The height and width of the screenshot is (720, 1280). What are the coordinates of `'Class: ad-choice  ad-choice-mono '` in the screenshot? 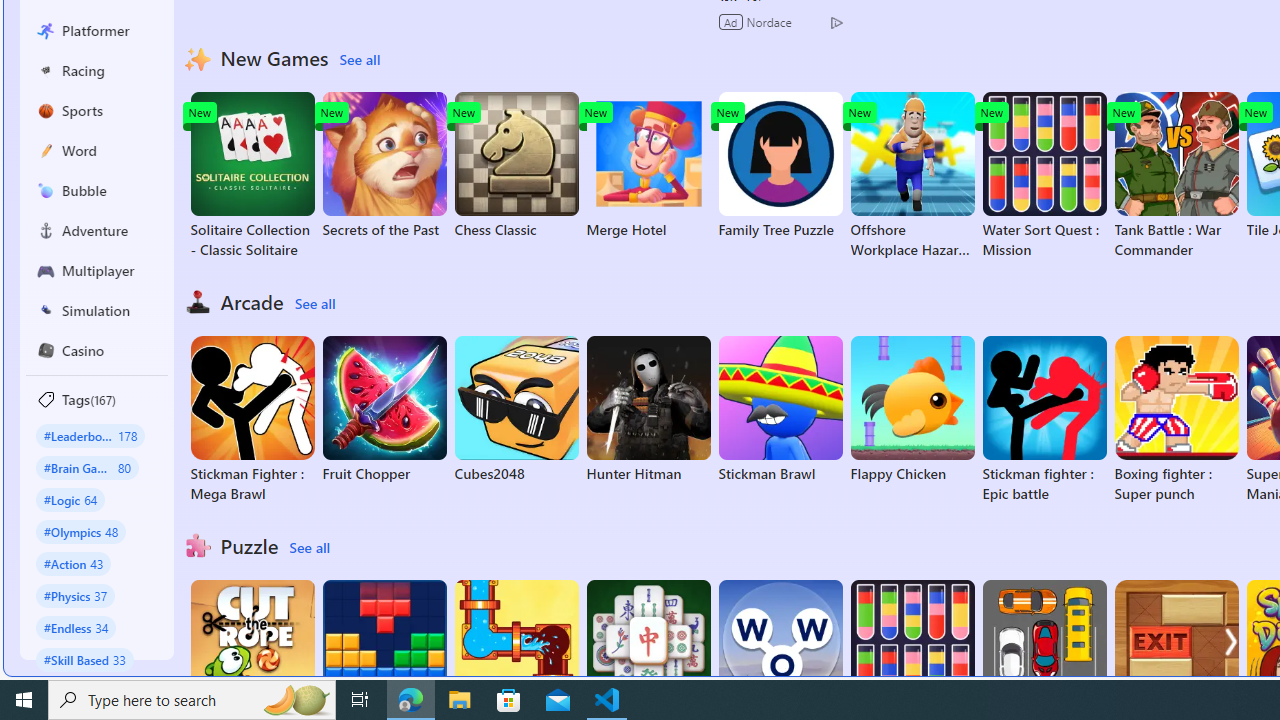 It's located at (836, 21).